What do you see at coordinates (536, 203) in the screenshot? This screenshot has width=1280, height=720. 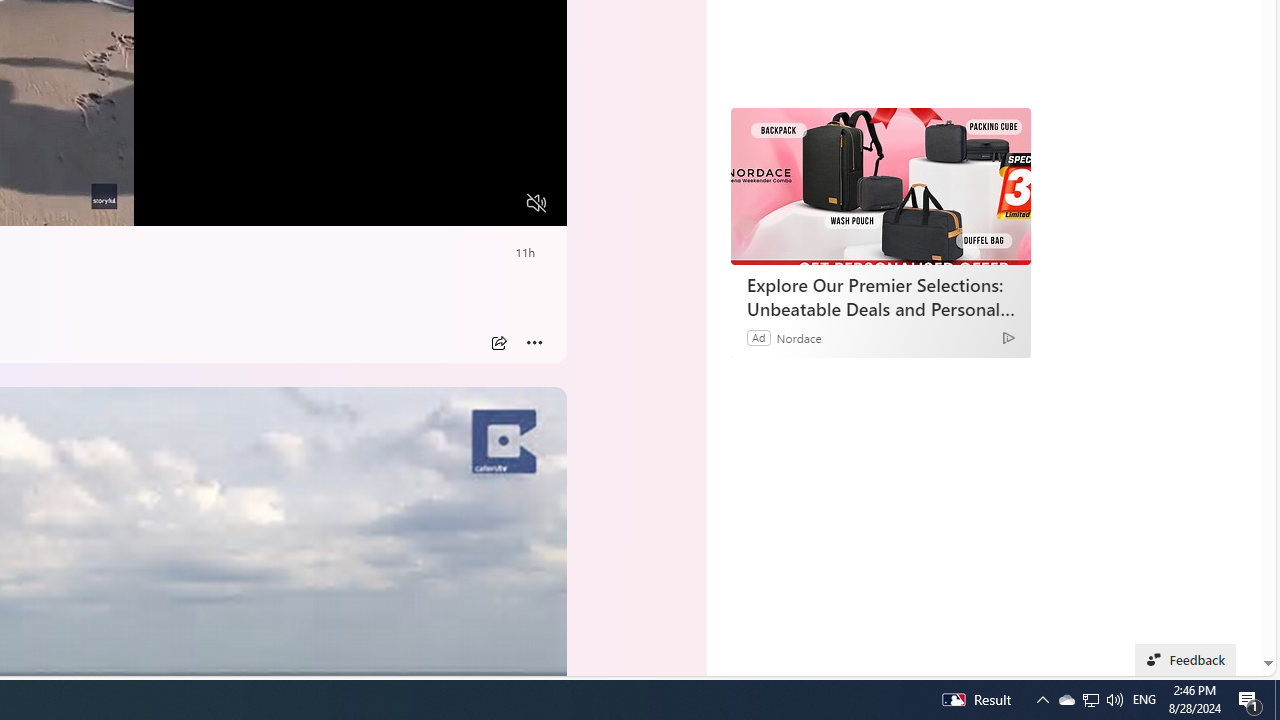 I see `'Unmute'` at bounding box center [536, 203].